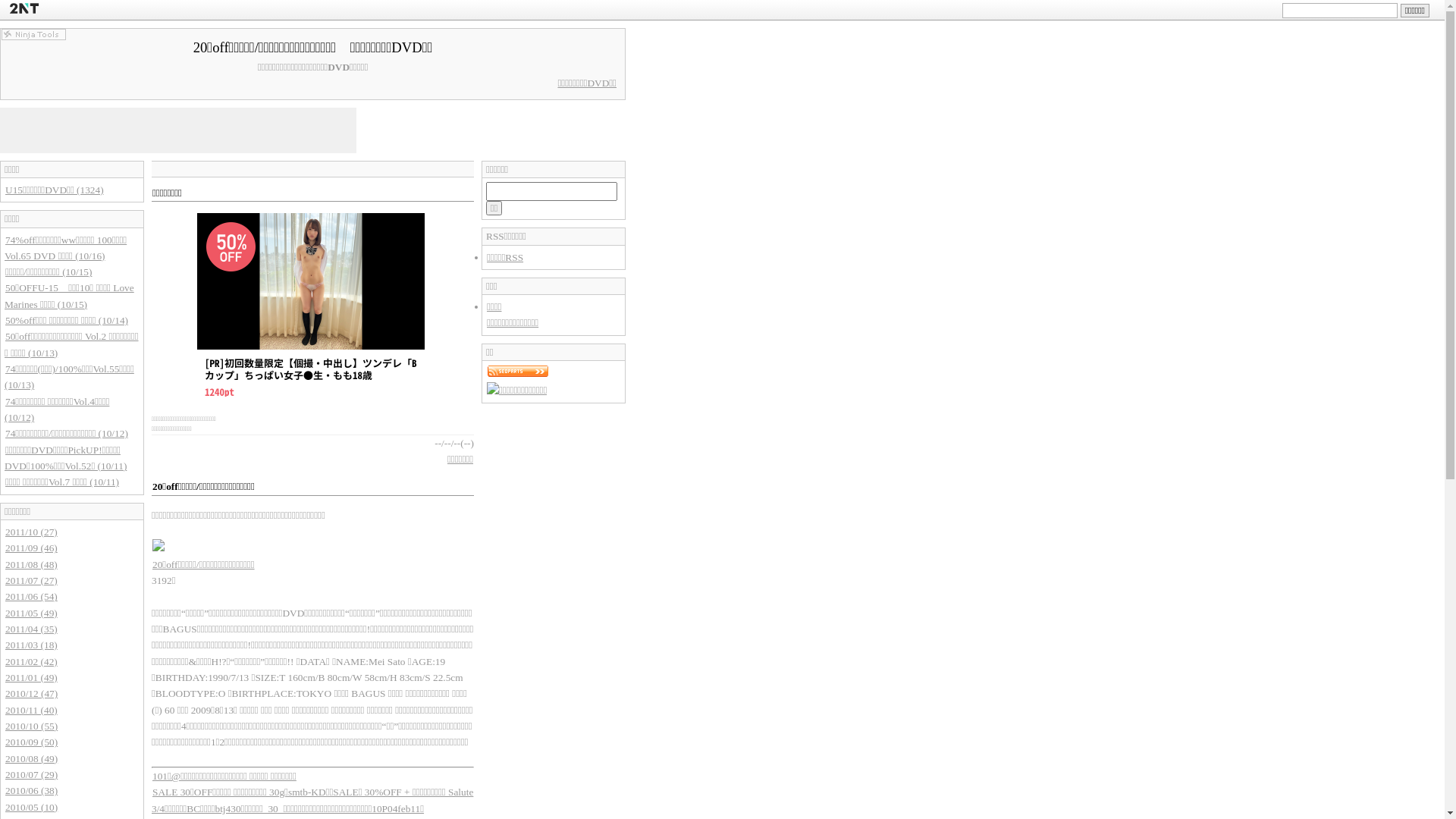 This screenshot has width=1456, height=819. I want to click on '2011/09 (46)', so click(4, 548).